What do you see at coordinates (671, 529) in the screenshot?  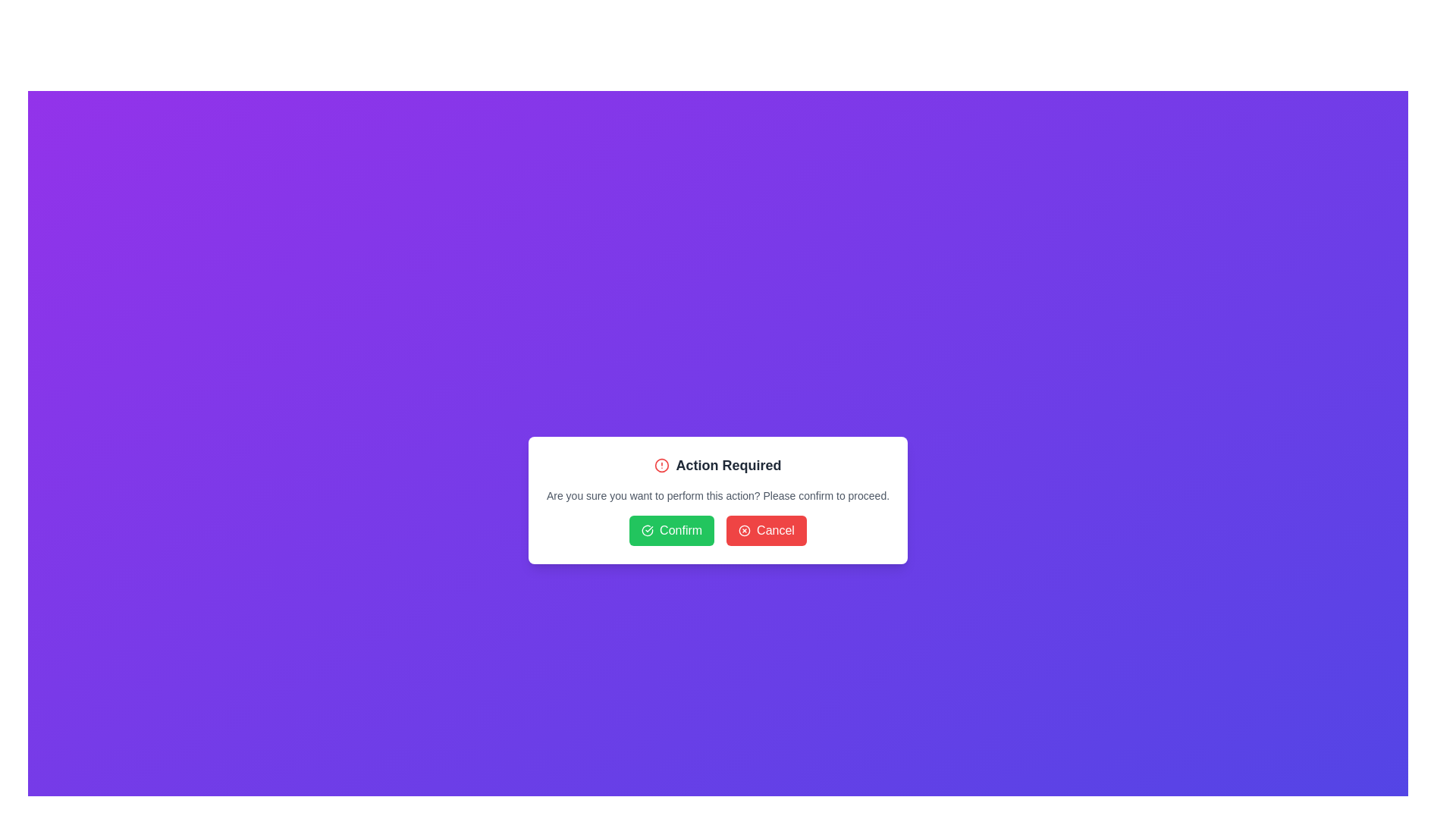 I see `the confirmation button located in the modal's footer, which is positioned to the left of the 'Cancel' button` at bounding box center [671, 529].